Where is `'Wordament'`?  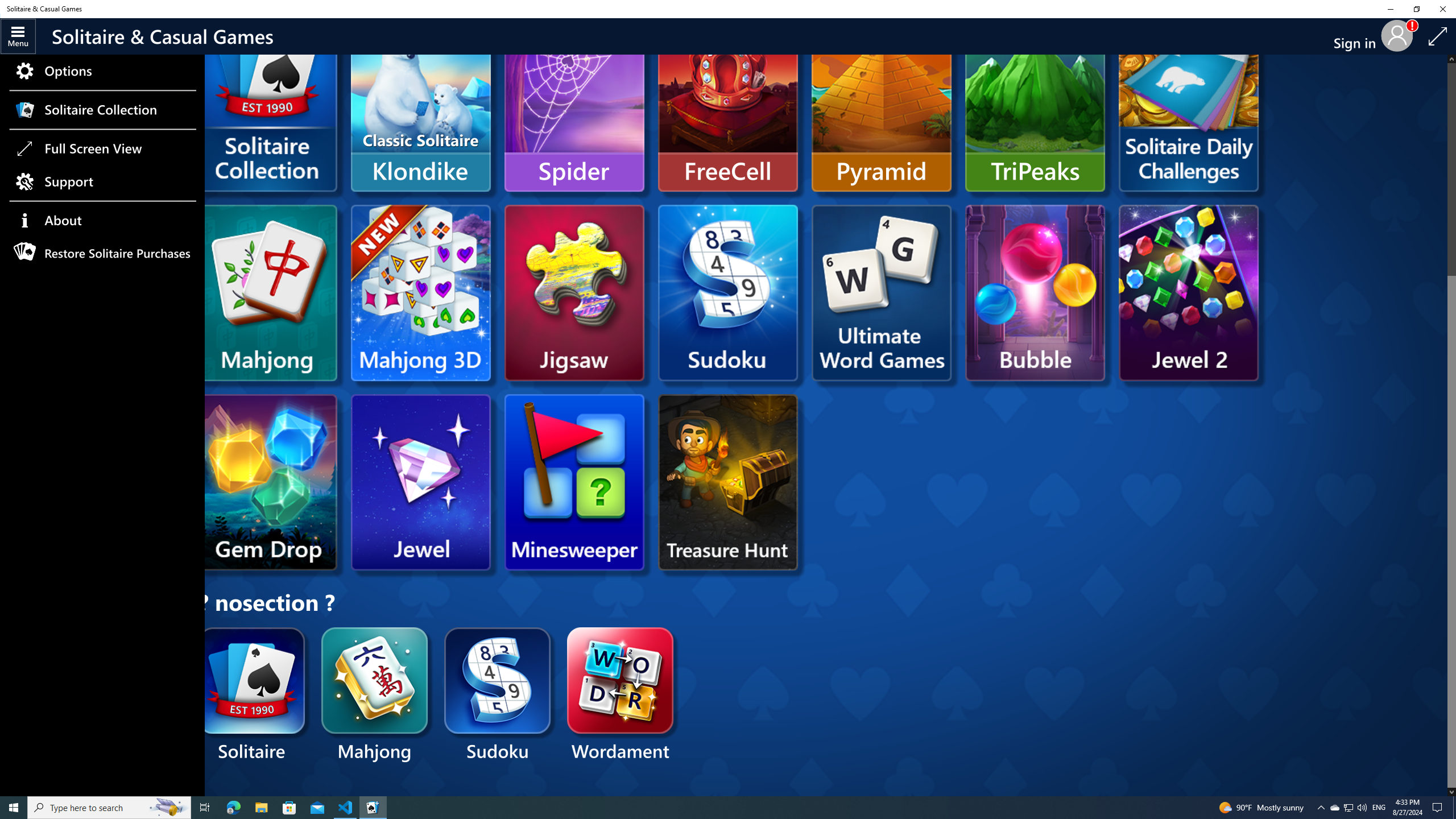 'Wordament' is located at coordinates (621, 695).